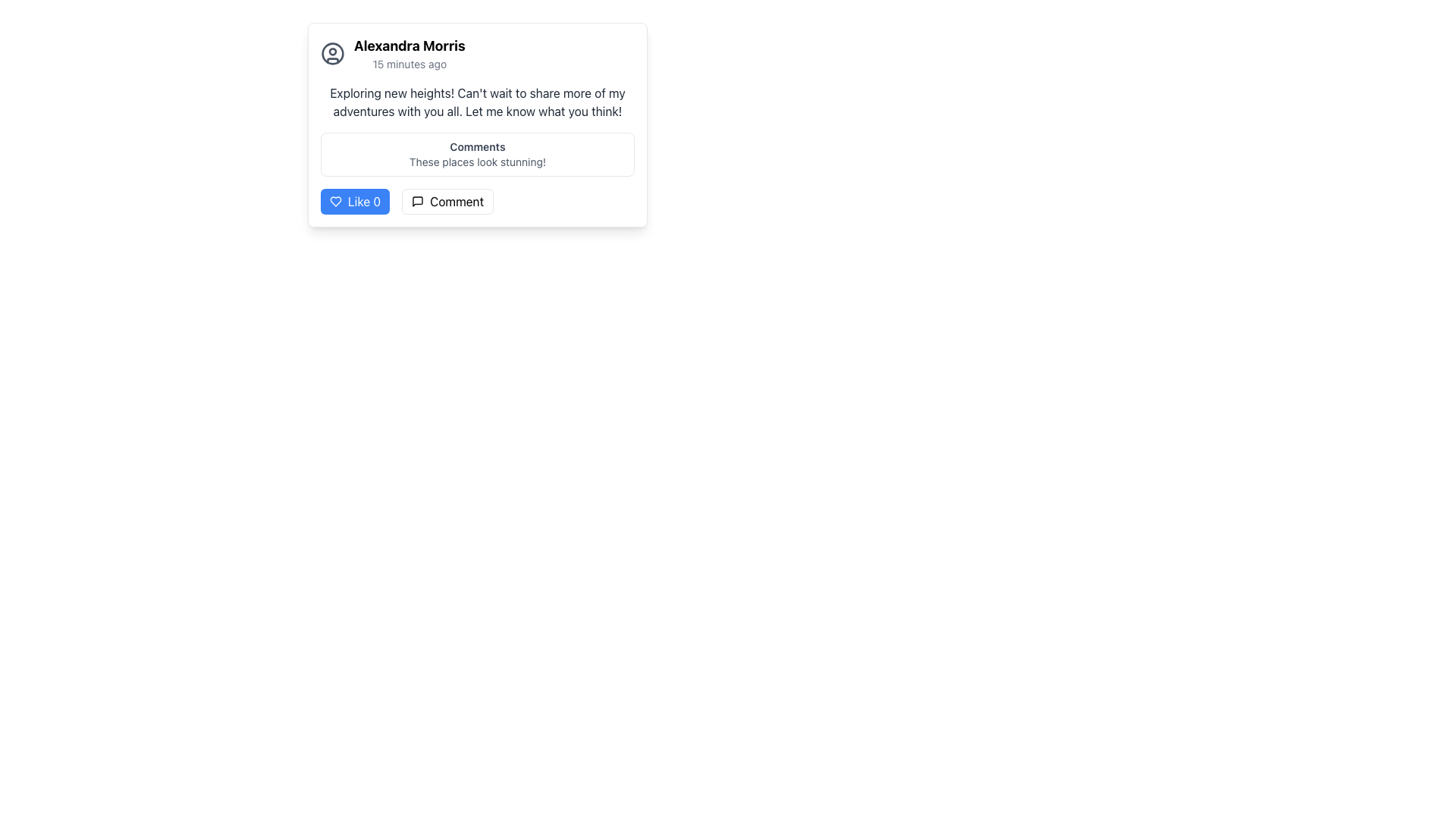  Describe the element at coordinates (334, 201) in the screenshot. I see `the heart-shaped icon representing the 'Like' feature, which is the leftmost element inside the button labeled 'Like 0', to like the post` at that location.